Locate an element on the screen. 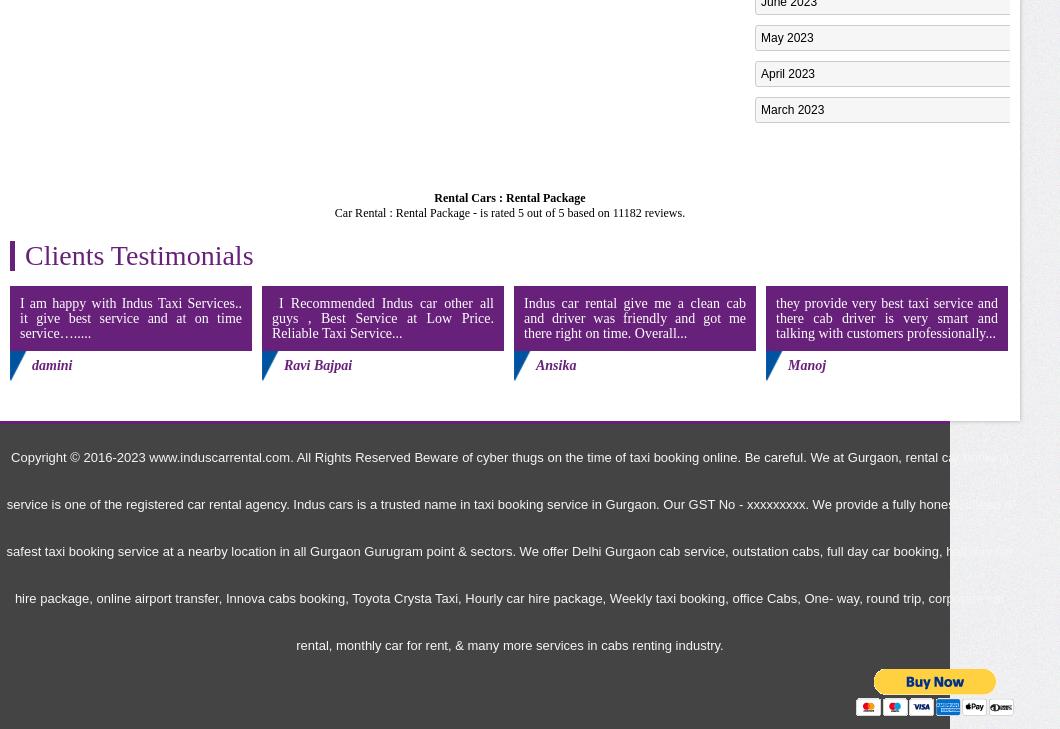 This screenshot has width=1060, height=729. '#24 Hrs Manesar Car Rentals#' is located at coordinates (843, 123).